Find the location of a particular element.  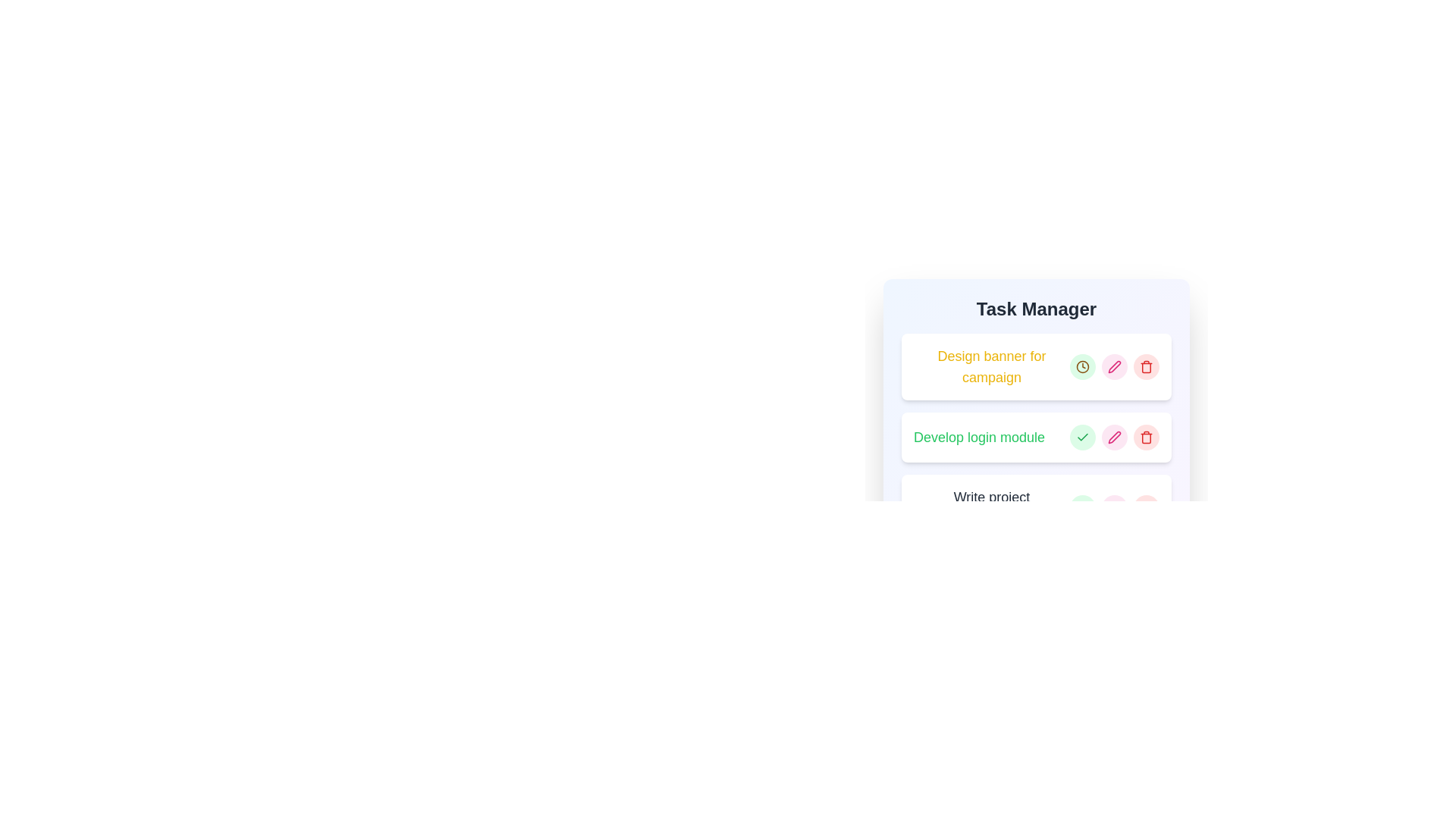

the editing icon (pen or pencil representation) located on the right-hand side of the second task item in the 'Task Manager' interface is located at coordinates (1114, 438).